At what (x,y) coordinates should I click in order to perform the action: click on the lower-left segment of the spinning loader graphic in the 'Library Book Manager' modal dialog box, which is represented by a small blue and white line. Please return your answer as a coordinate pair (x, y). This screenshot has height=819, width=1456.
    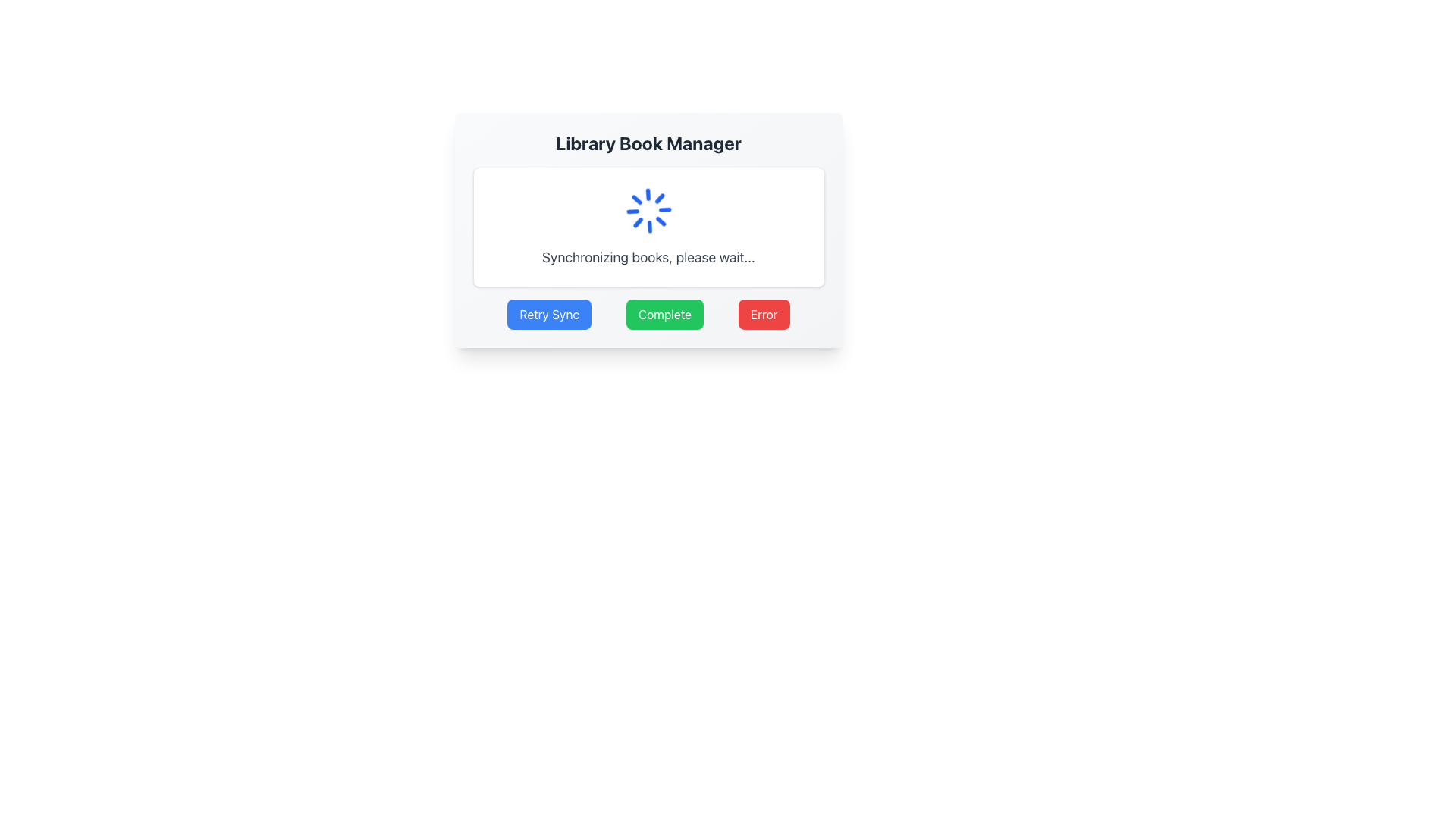
    Looking at the image, I should click on (657, 196).